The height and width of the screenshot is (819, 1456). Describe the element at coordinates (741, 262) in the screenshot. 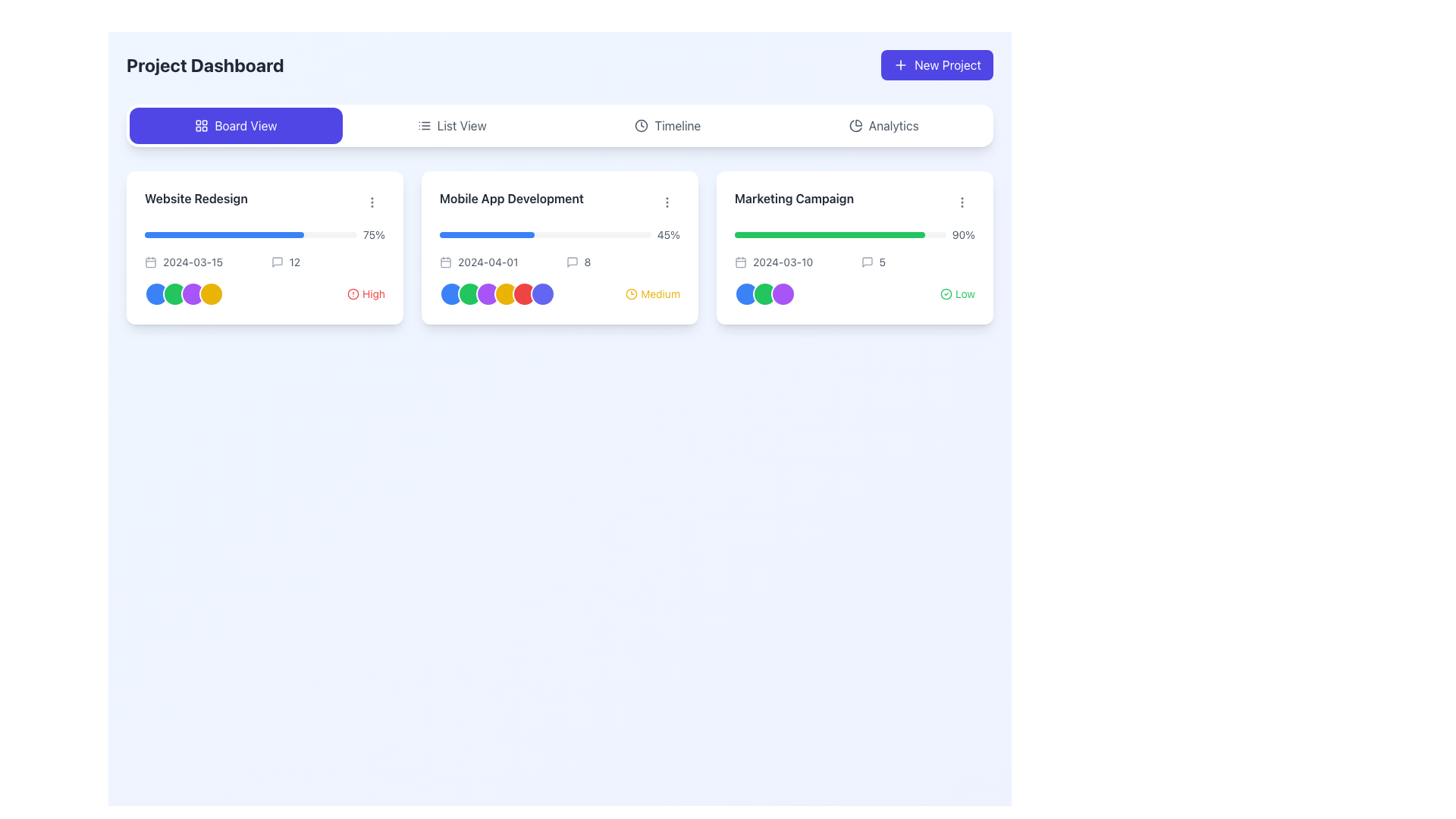

I see `the Calendar icon located at the beginning of the 'Marketing Campaign' section, which visually represents the date '2024-03-10'` at that location.